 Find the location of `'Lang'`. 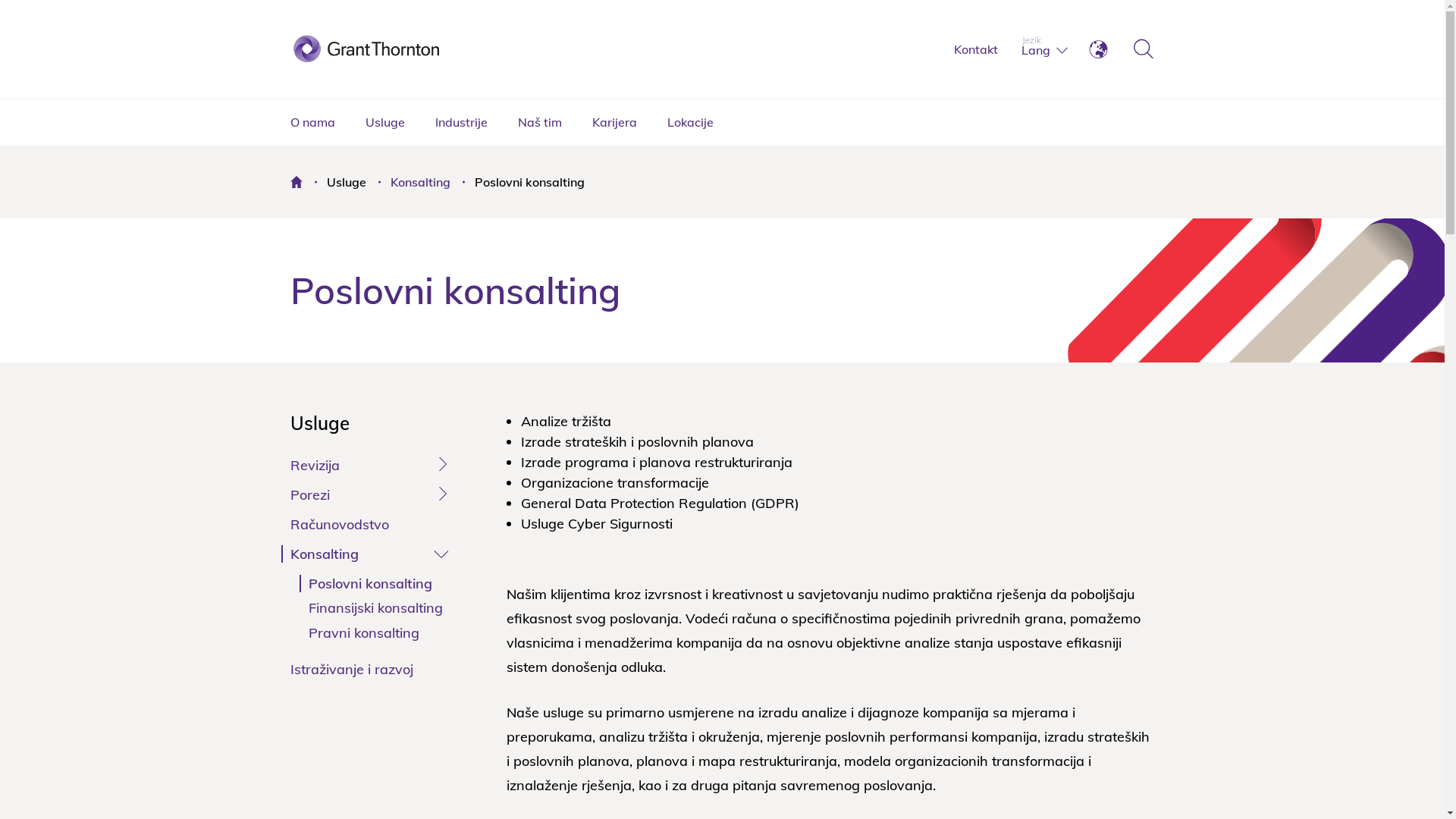

'Lang' is located at coordinates (1020, 49).